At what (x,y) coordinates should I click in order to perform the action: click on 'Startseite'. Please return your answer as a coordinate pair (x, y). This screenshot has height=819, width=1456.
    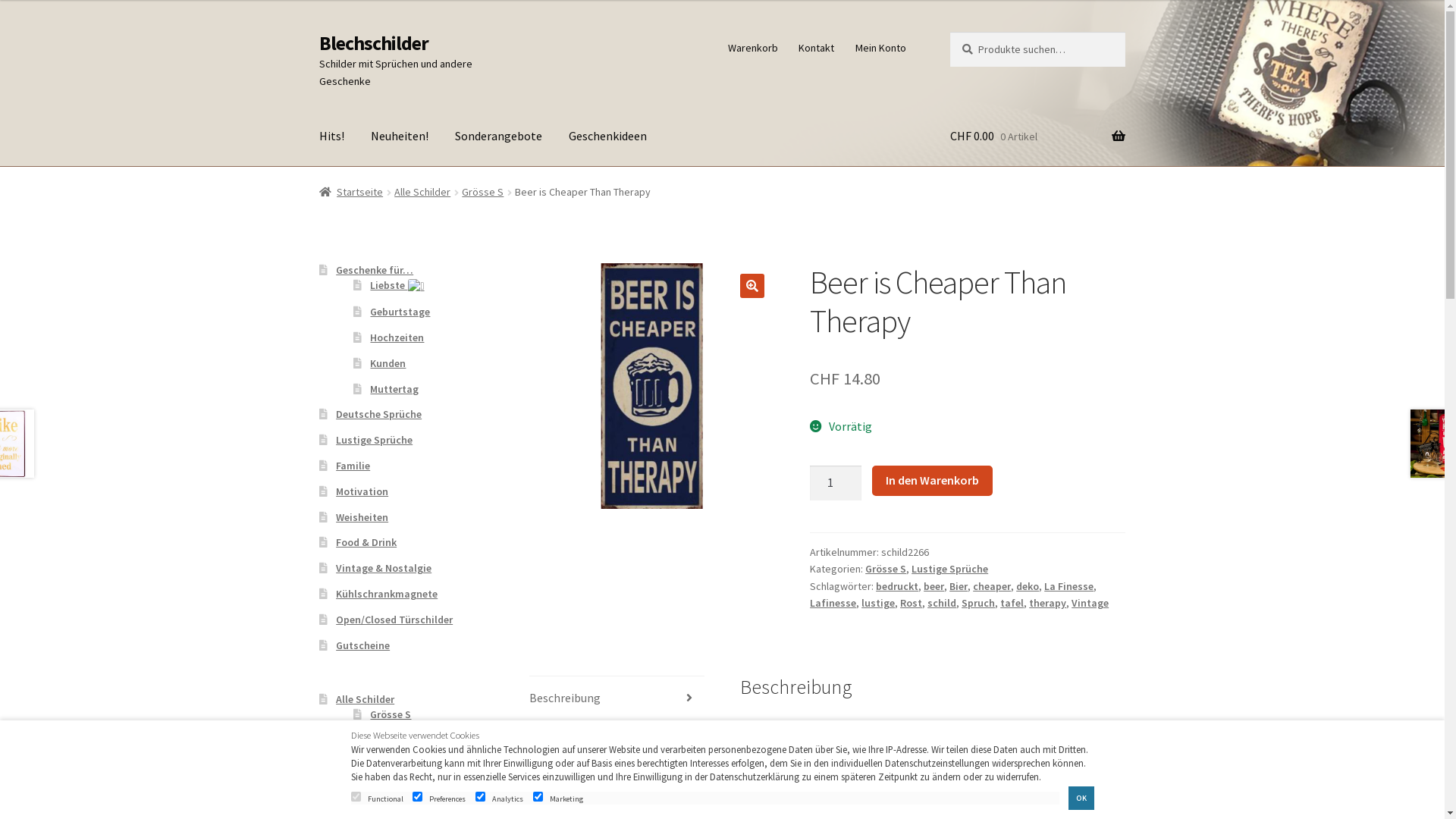
    Looking at the image, I should click on (350, 191).